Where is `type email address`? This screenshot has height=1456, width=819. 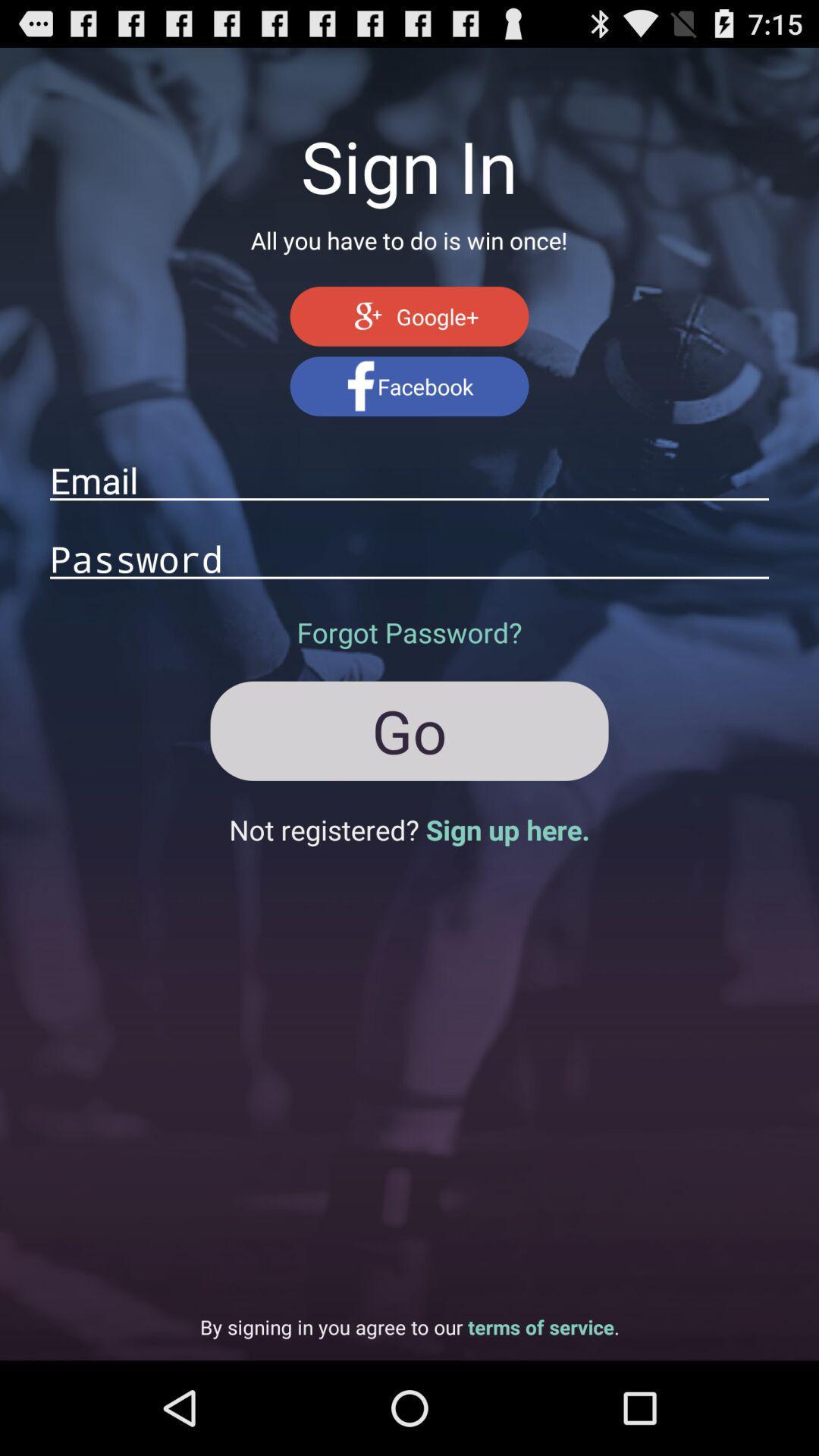 type email address is located at coordinates (409, 479).